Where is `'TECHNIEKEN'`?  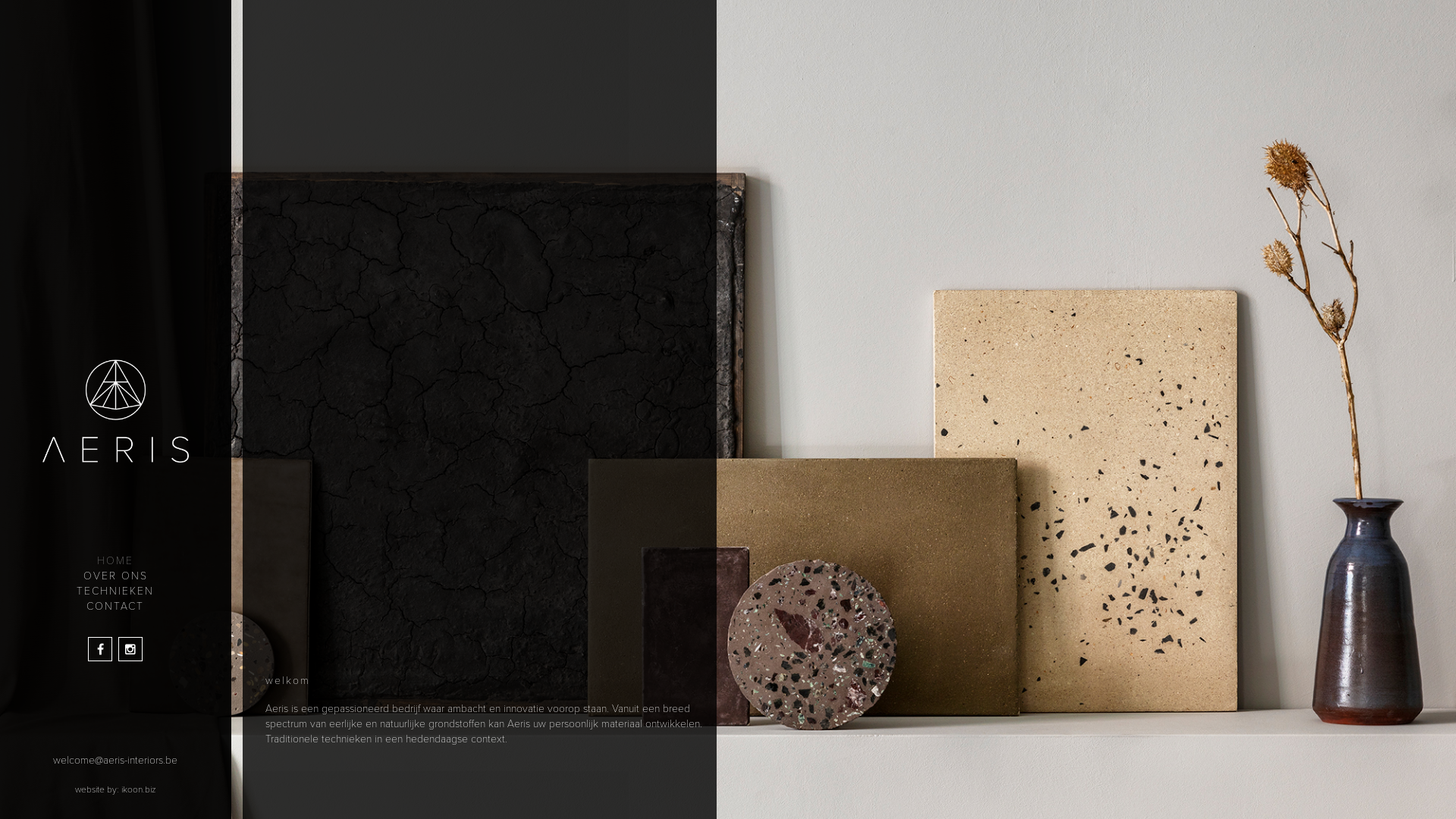 'TECHNIEKEN' is located at coordinates (115, 590).